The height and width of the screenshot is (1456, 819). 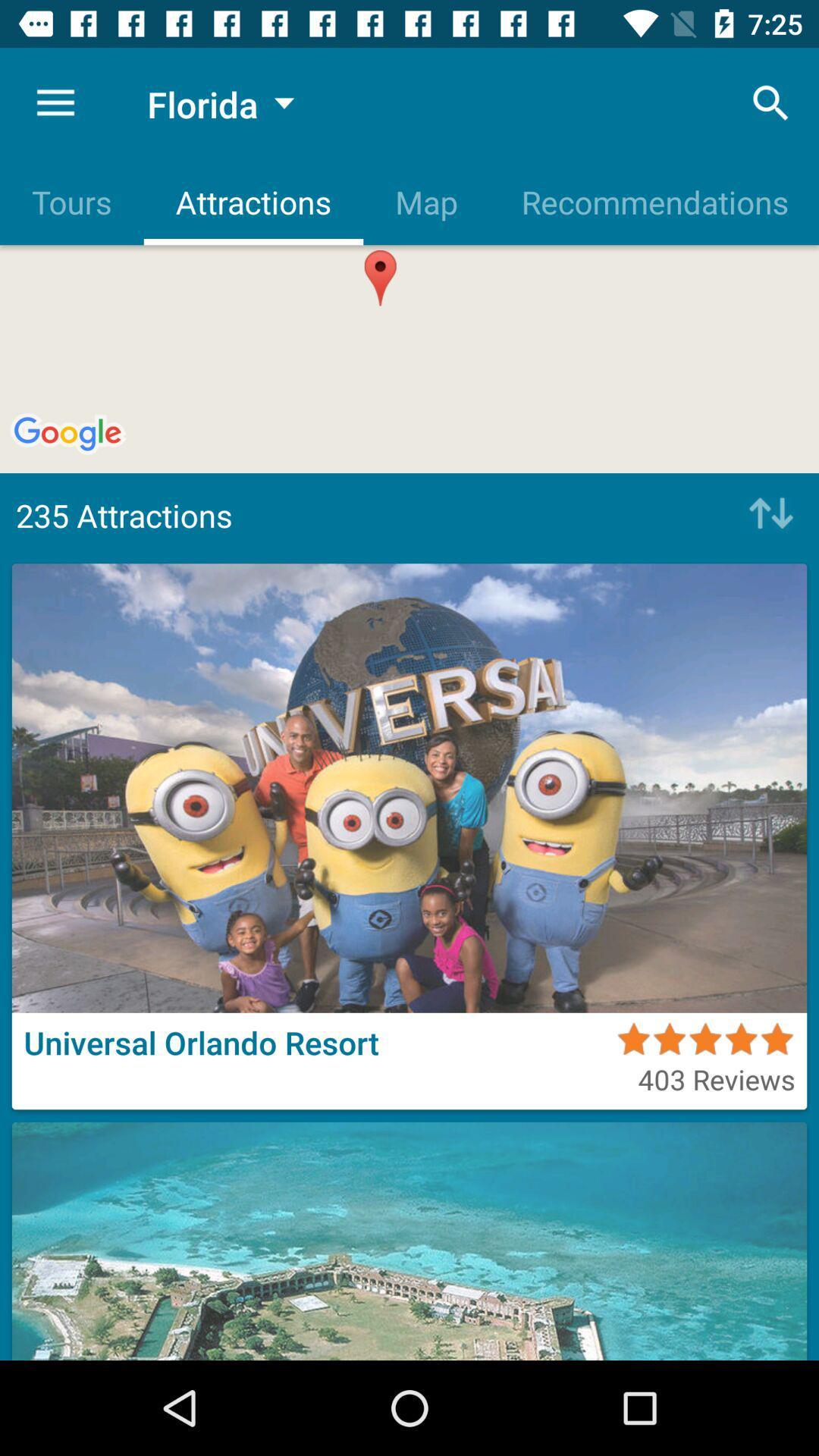 I want to click on the recommendations item, so click(x=653, y=201).